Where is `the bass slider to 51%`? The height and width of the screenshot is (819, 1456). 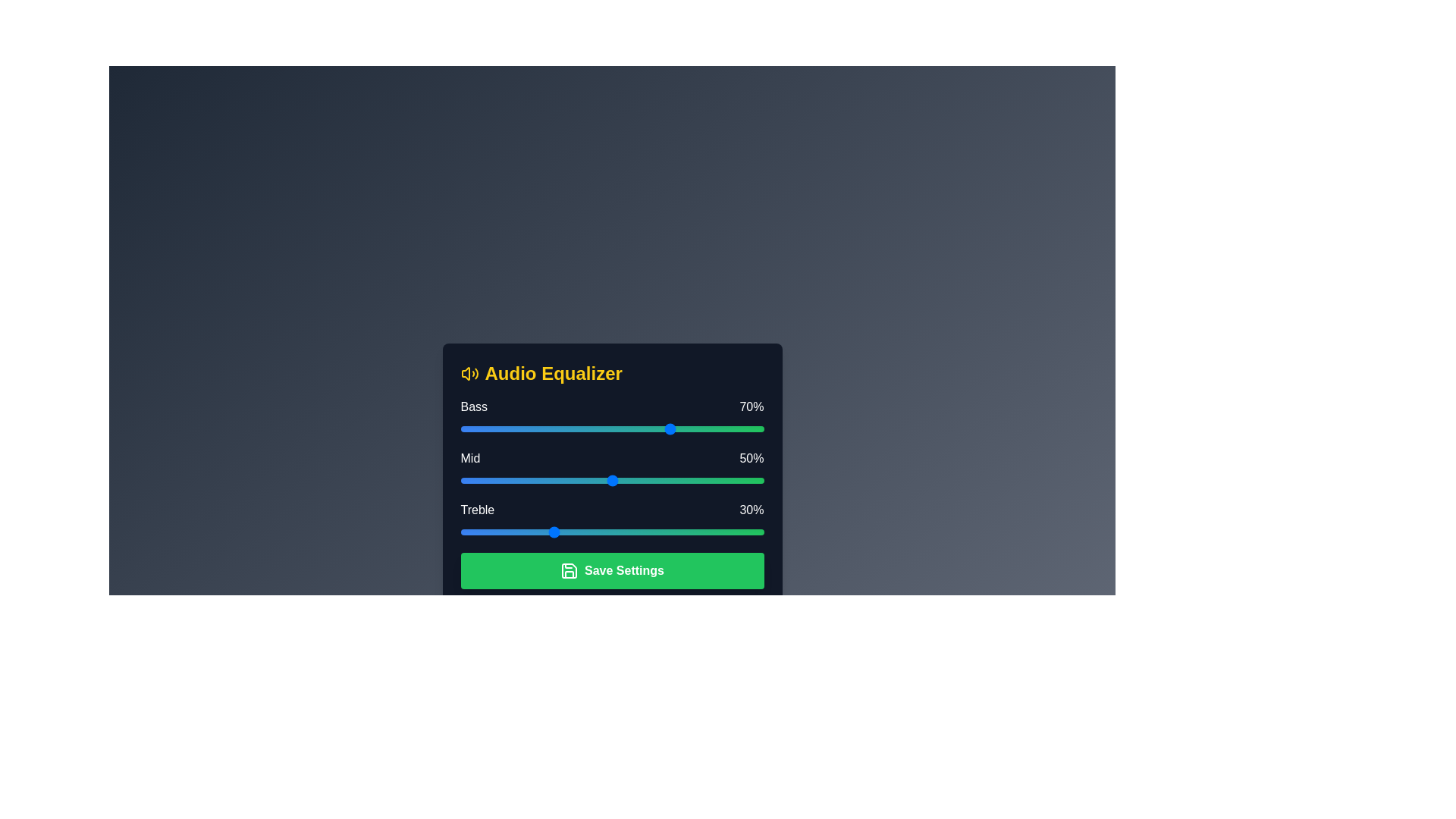
the bass slider to 51% is located at coordinates (615, 429).